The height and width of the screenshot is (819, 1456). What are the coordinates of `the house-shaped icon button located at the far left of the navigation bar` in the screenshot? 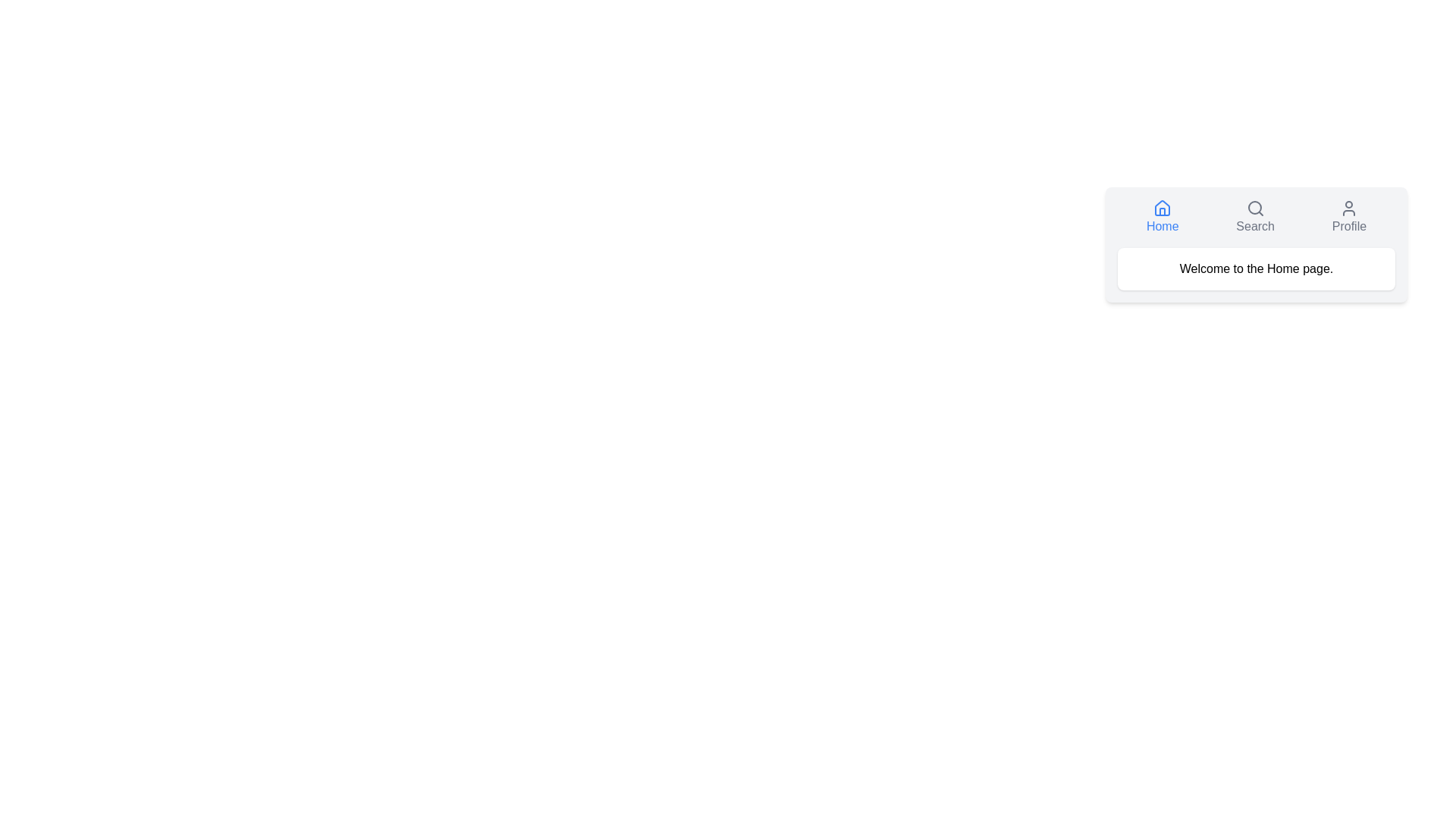 It's located at (1162, 208).